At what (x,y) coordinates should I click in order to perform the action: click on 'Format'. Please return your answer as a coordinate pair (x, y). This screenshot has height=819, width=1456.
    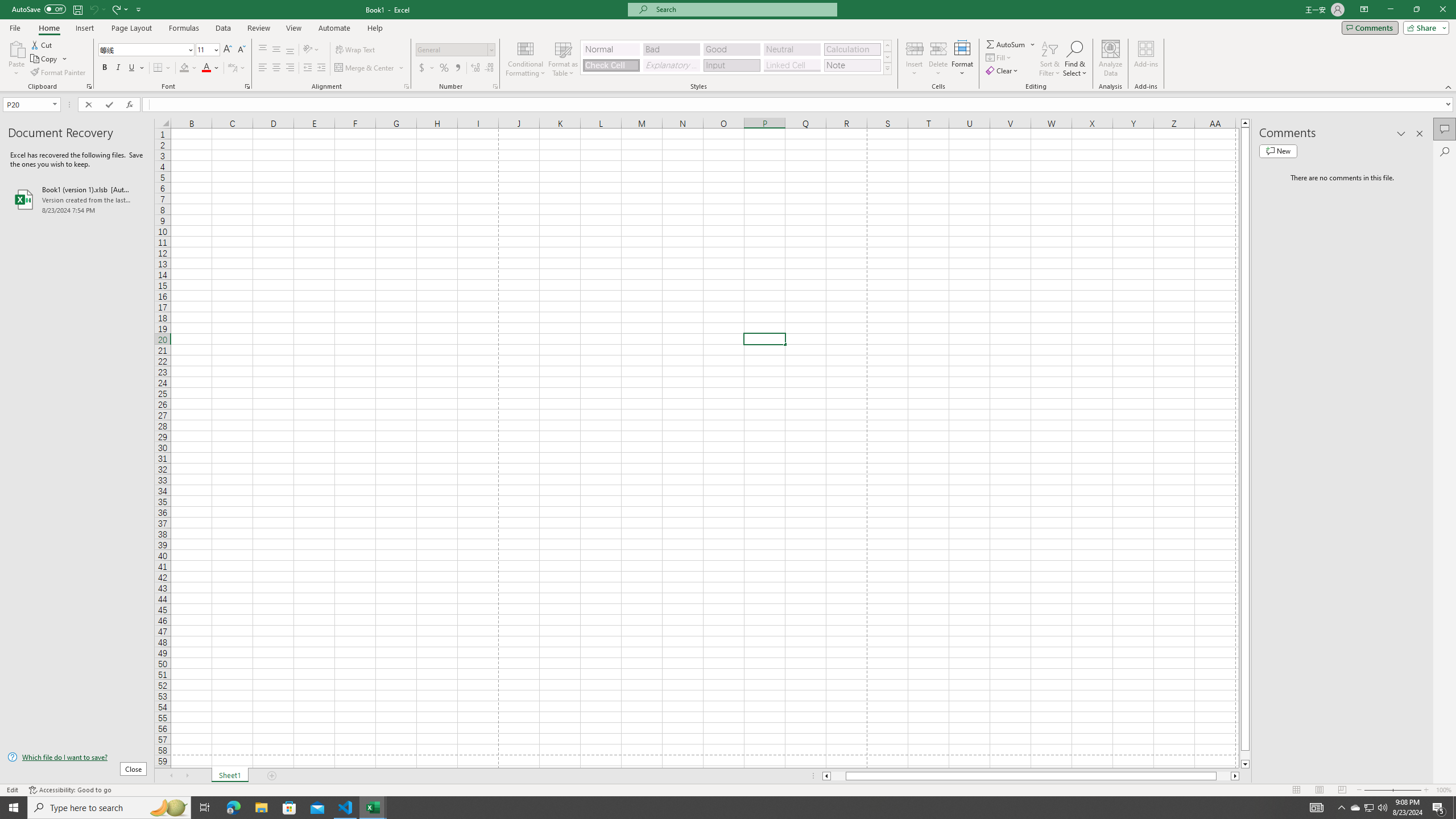
    Looking at the image, I should click on (962, 59).